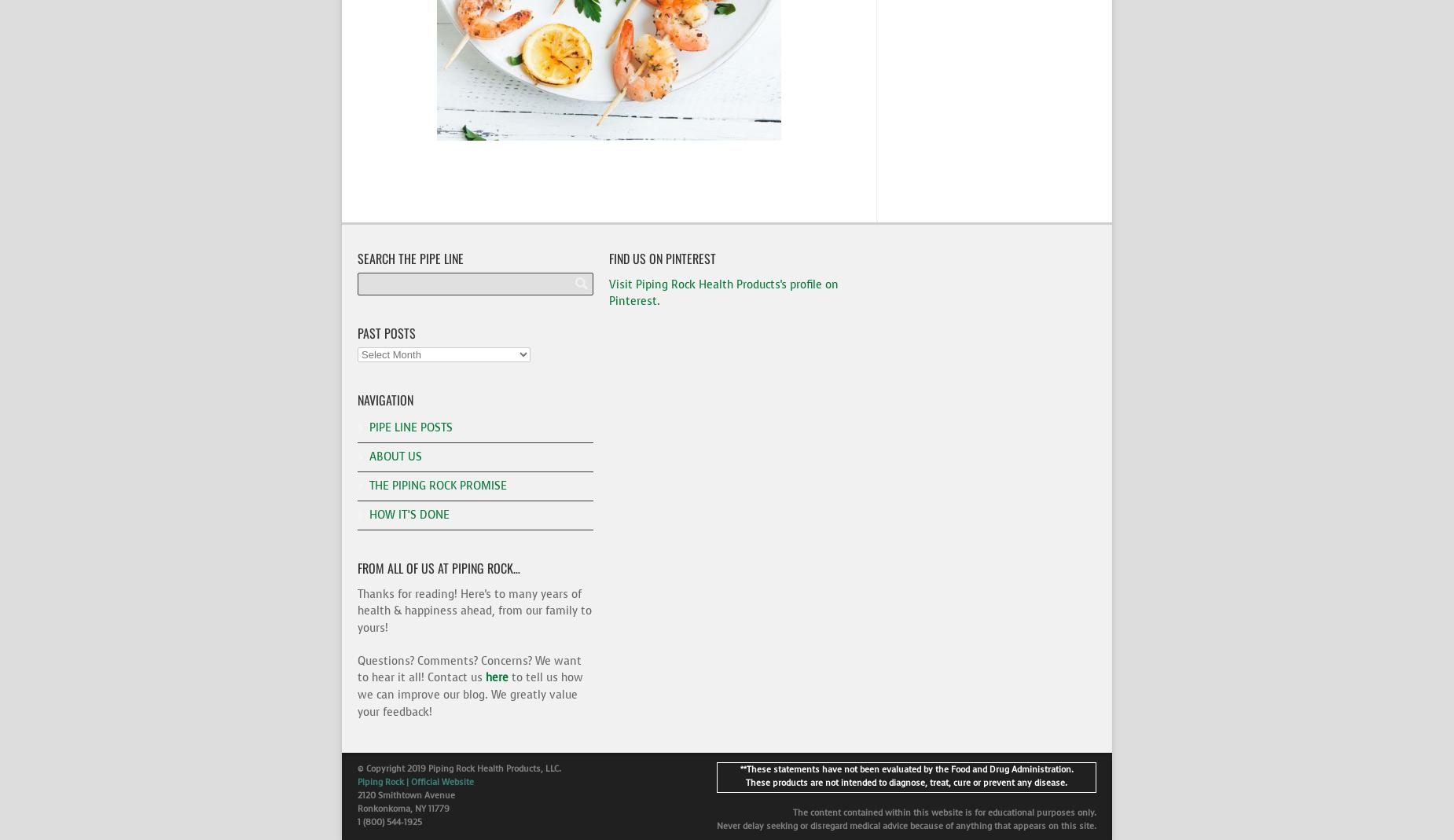 This screenshot has width=1454, height=840. Describe the element at coordinates (386, 332) in the screenshot. I see `'PAST POSTS'` at that location.